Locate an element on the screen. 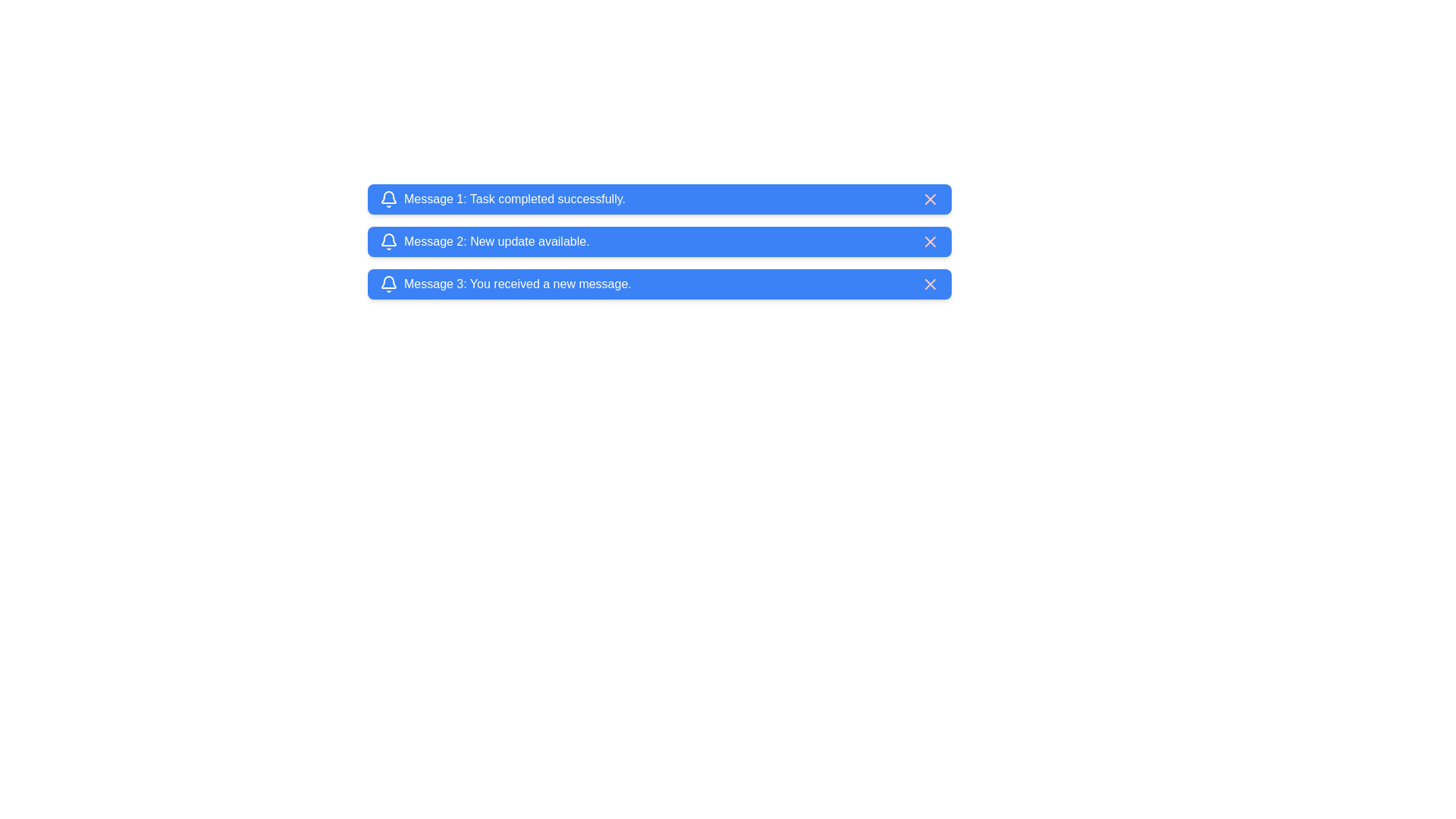 Image resolution: width=1456 pixels, height=819 pixels. the red 'X' button located at the far-right of the blue notification box that displays the message 'Message 1: Task completed successfully' is located at coordinates (930, 198).